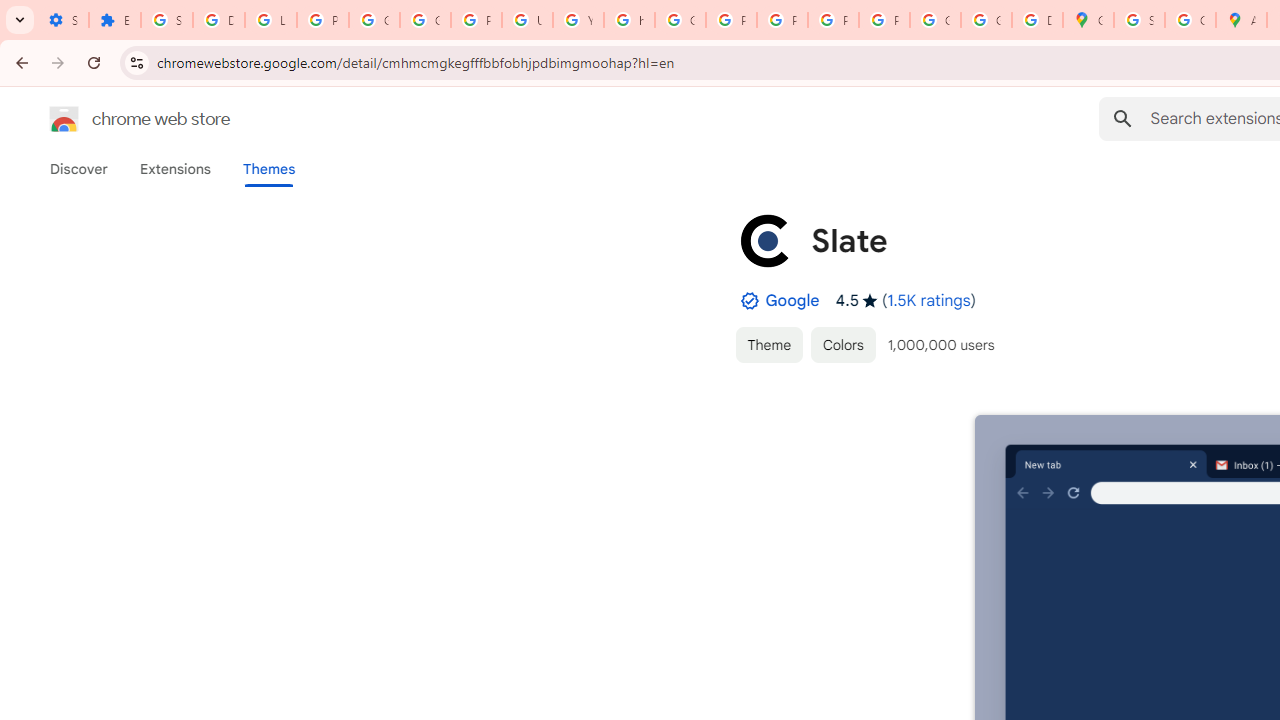 This screenshot has width=1280, height=720. What do you see at coordinates (218, 20) in the screenshot?
I see `'Delete photos & videos - Computer - Google Photos Help'` at bounding box center [218, 20].